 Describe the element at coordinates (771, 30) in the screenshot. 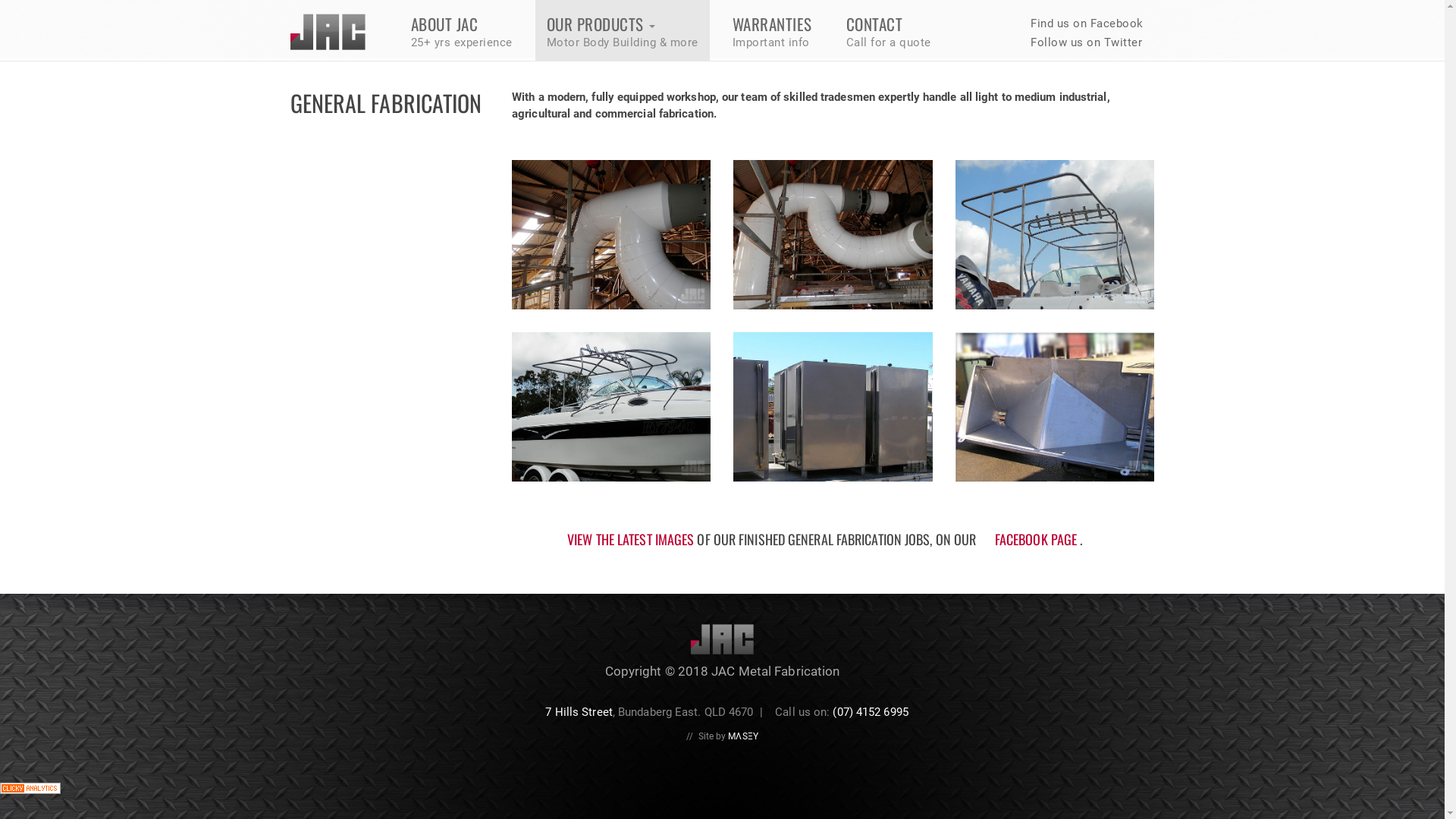

I see `'WARRANTIES` at that location.